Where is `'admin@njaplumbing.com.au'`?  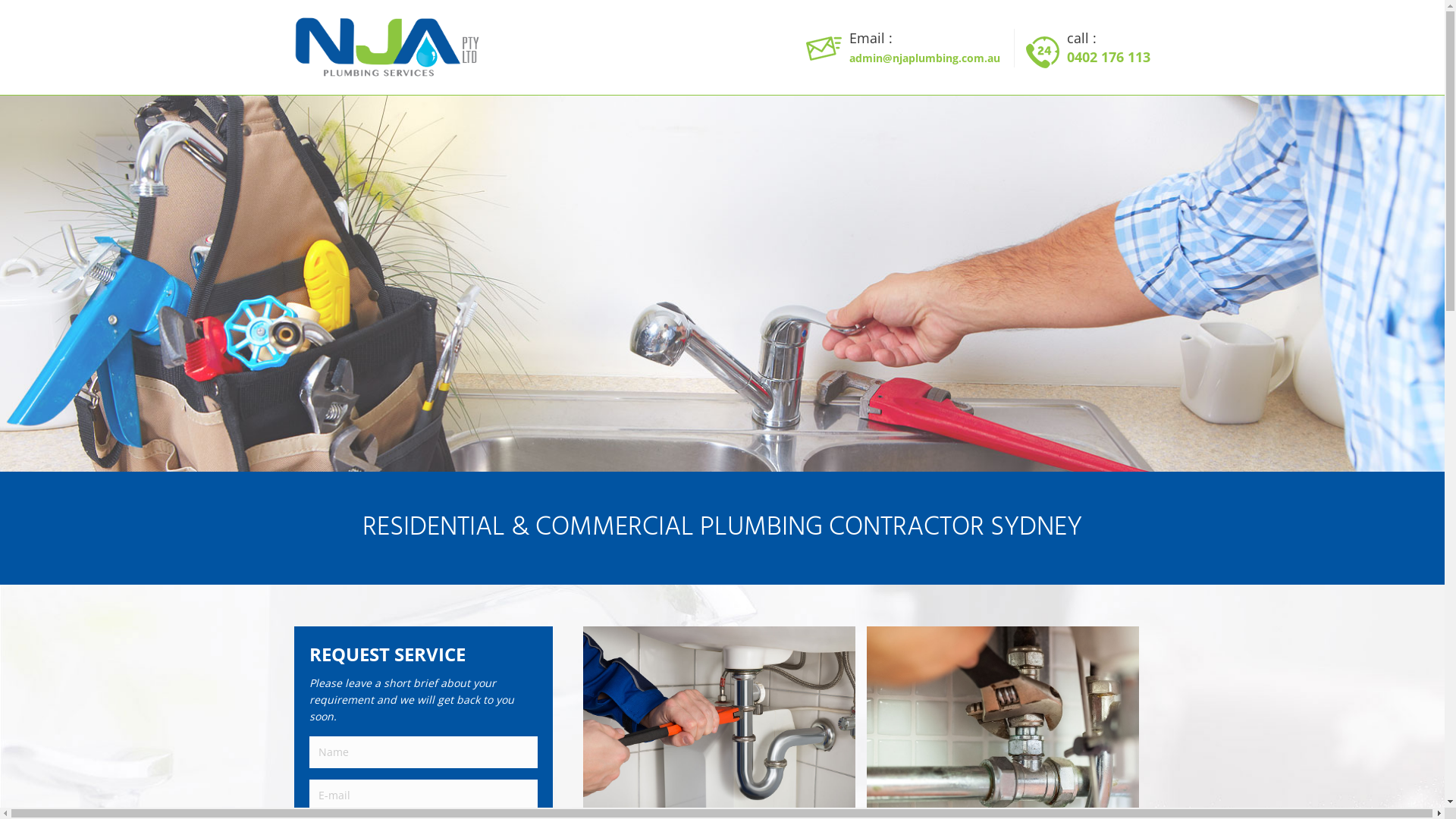
'admin@njaplumbing.com.au' is located at coordinates (924, 57).